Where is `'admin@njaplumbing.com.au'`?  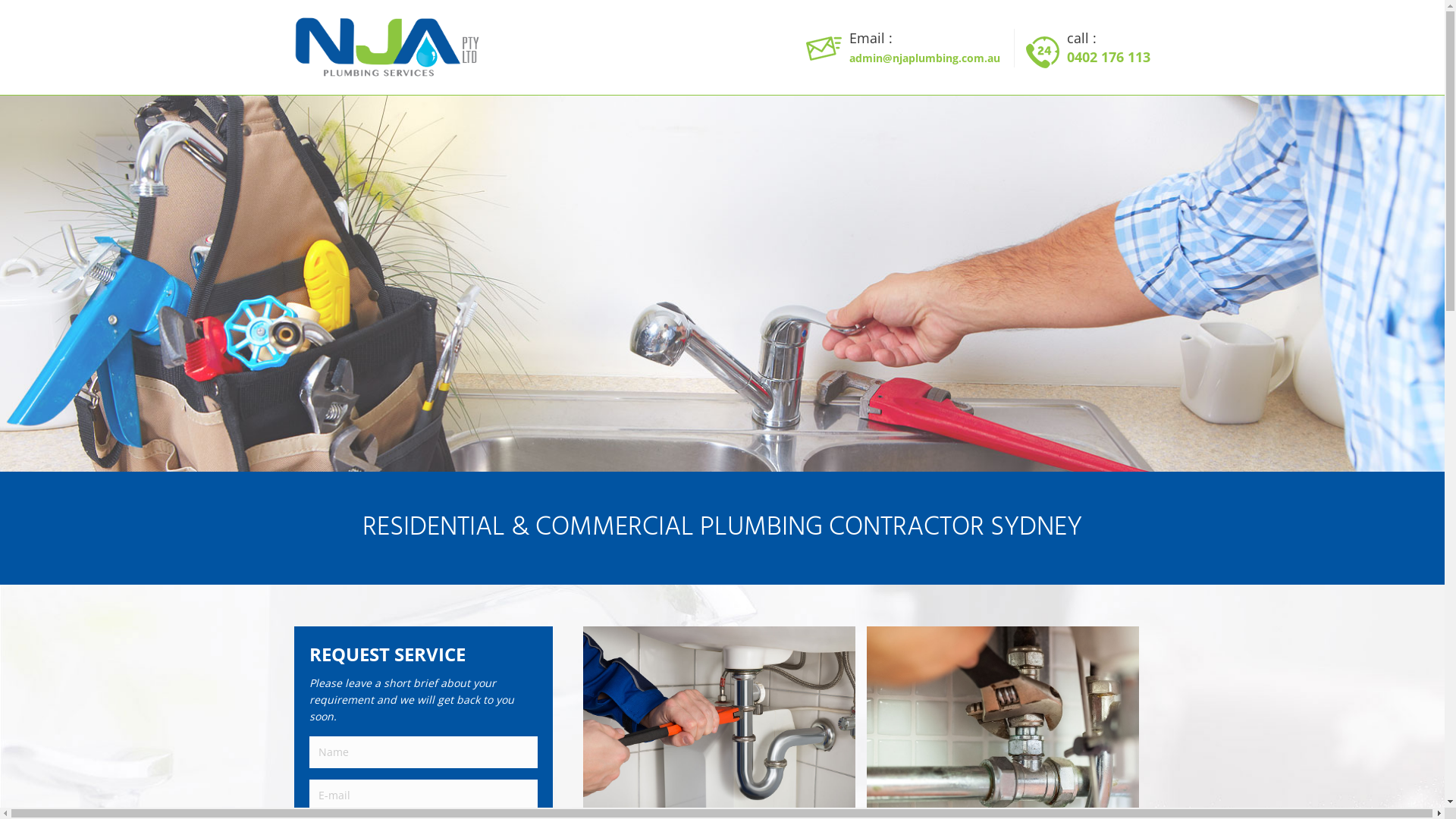
'admin@njaplumbing.com.au' is located at coordinates (924, 57).